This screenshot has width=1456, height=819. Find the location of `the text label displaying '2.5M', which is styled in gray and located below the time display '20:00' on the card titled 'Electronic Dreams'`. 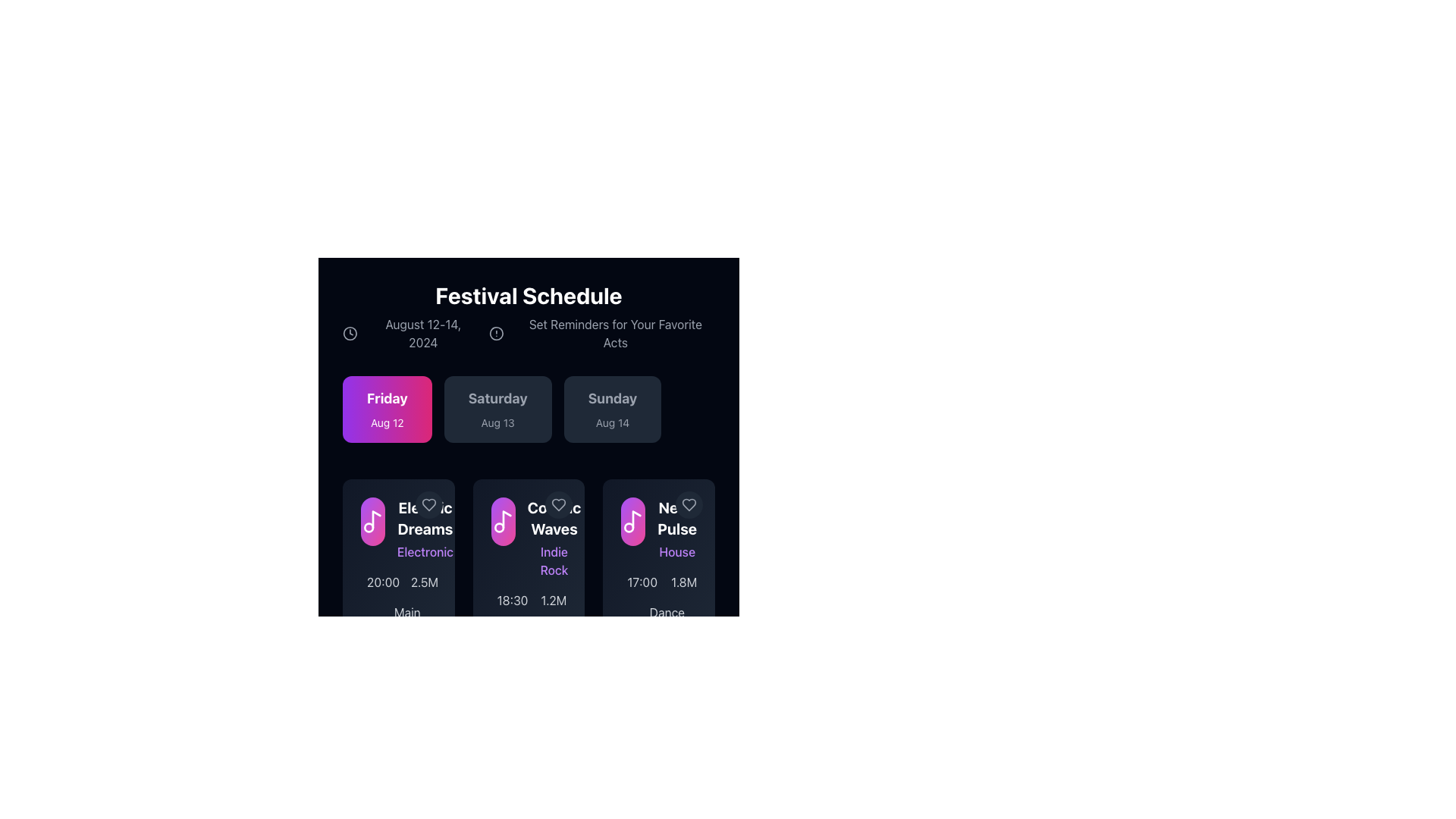

the text label displaying '2.5M', which is styled in gray and located below the time display '20:00' on the card titled 'Electronic Dreams' is located at coordinates (420, 581).